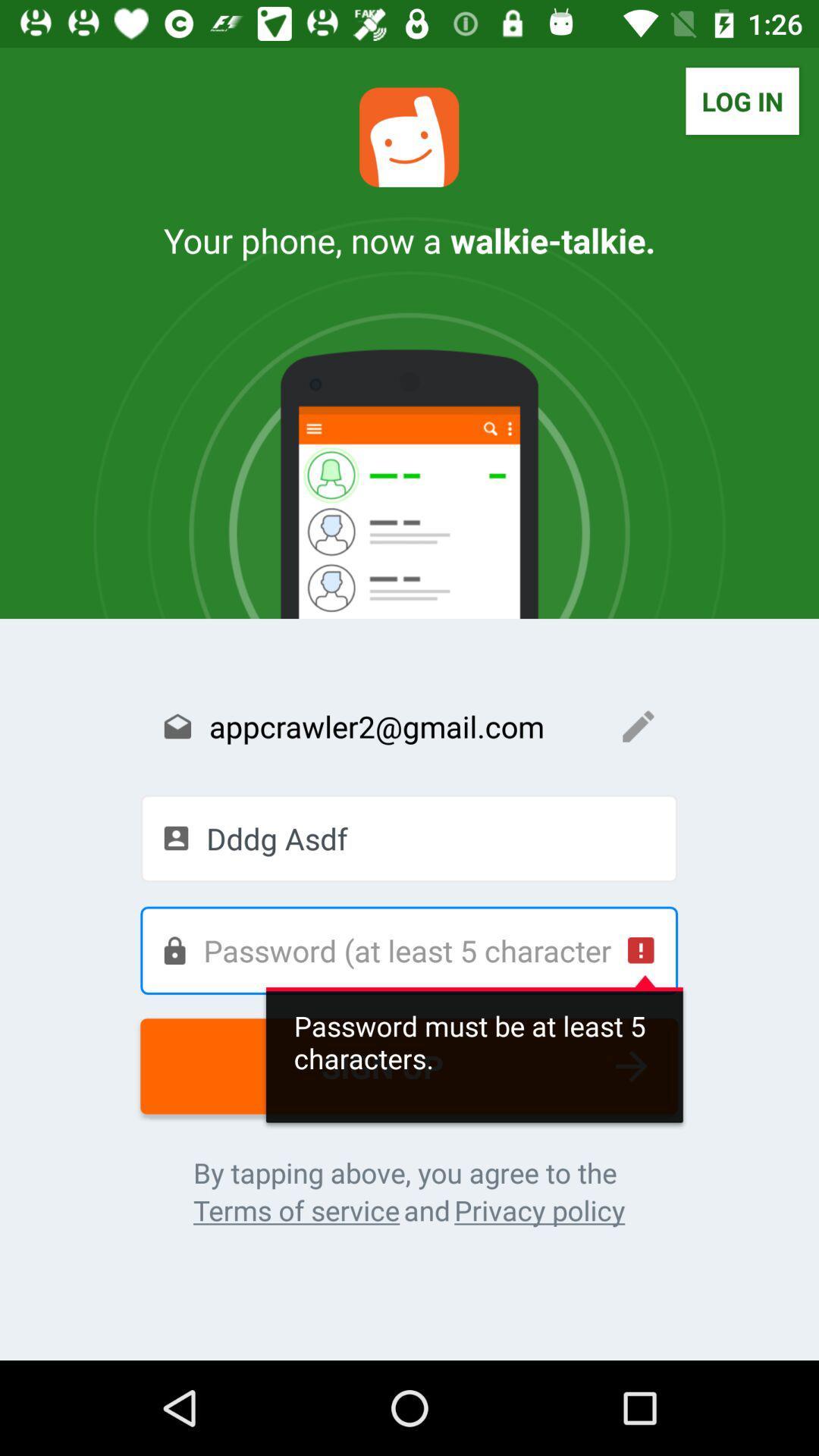 Image resolution: width=819 pixels, height=1456 pixels. I want to click on password, so click(408, 949).